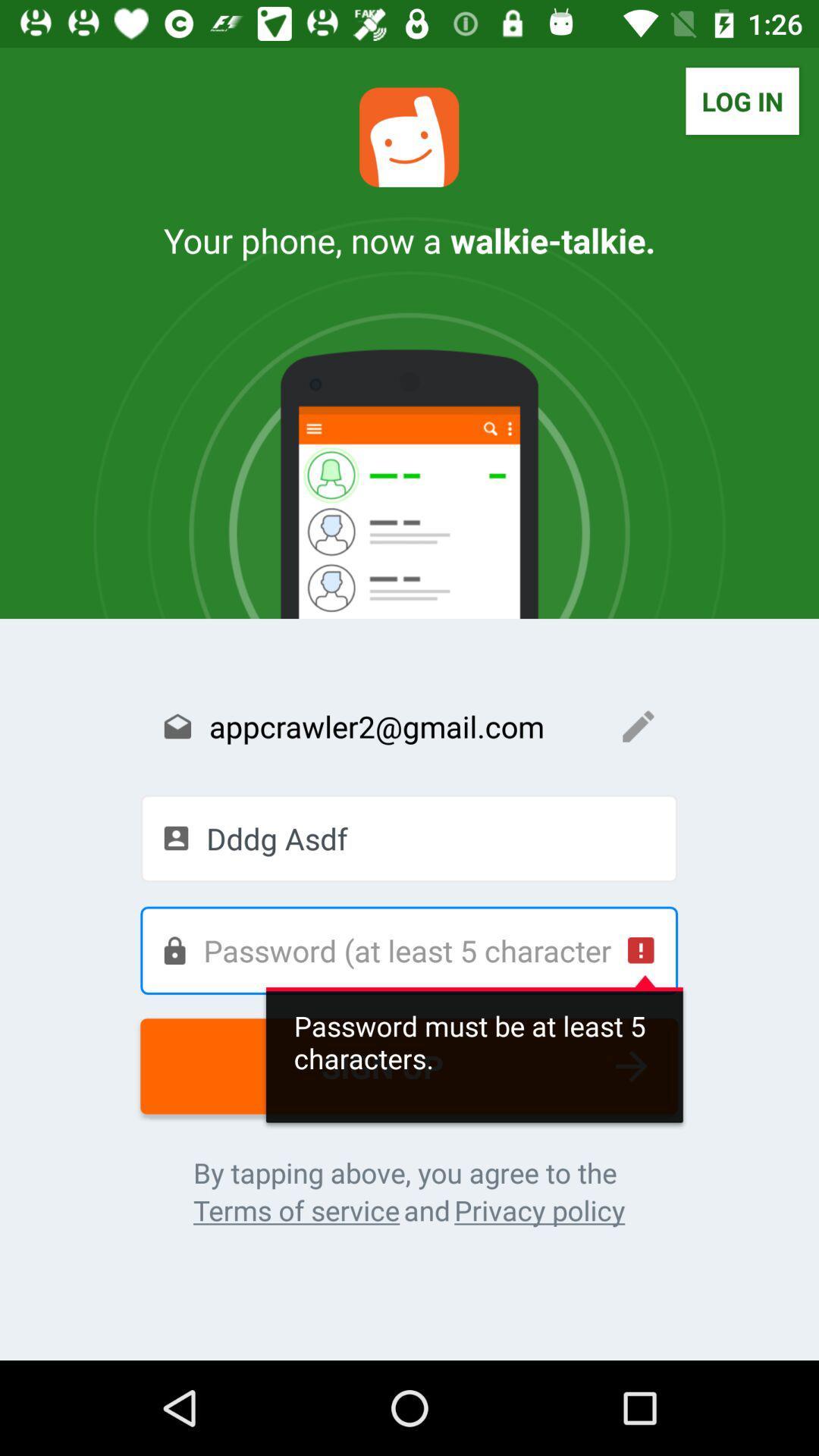 Image resolution: width=819 pixels, height=1456 pixels. I want to click on password, so click(408, 949).